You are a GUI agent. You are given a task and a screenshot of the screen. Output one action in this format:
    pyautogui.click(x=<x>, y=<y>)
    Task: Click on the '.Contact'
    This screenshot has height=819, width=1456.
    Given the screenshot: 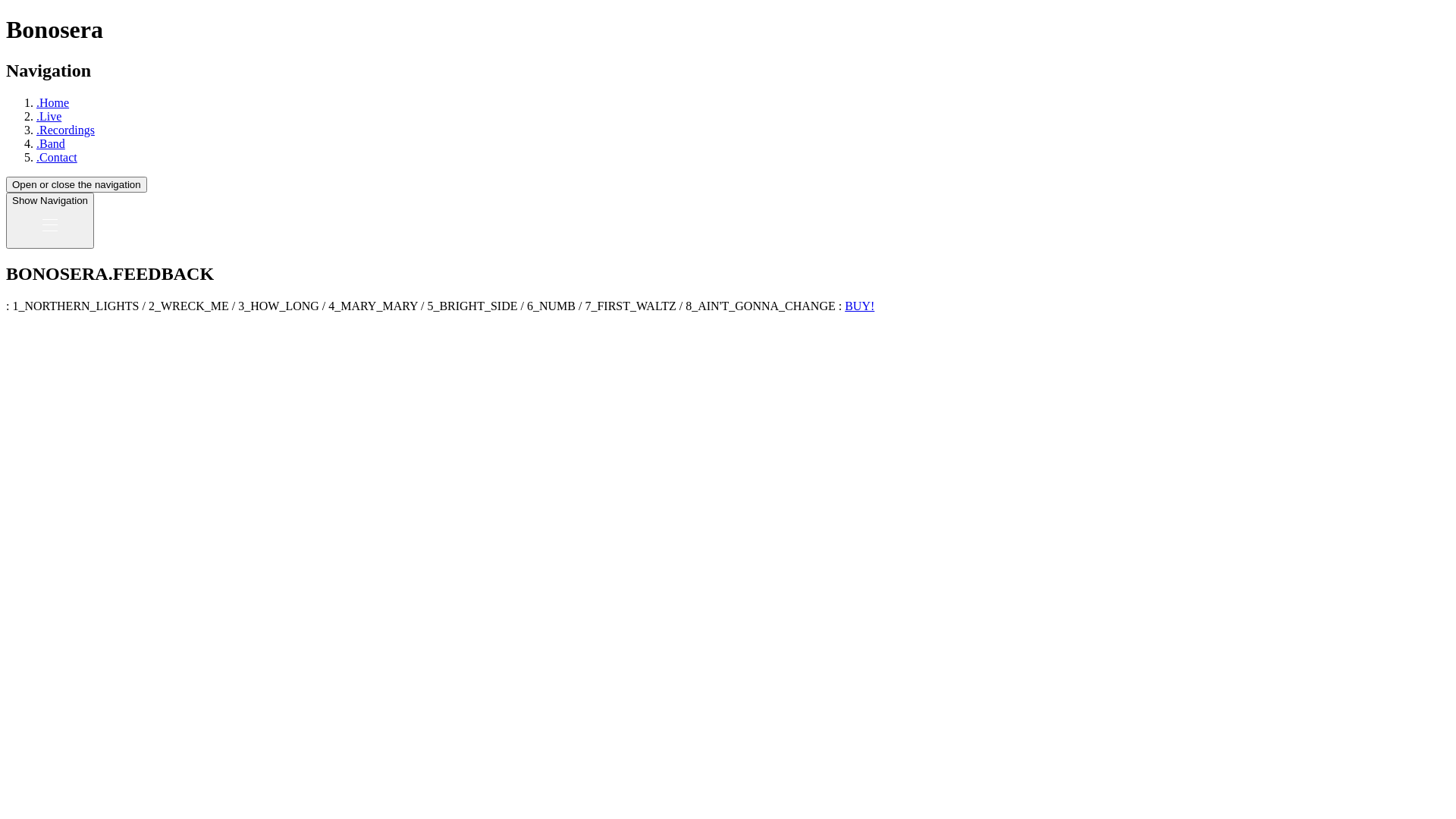 What is the action you would take?
    pyautogui.click(x=57, y=157)
    